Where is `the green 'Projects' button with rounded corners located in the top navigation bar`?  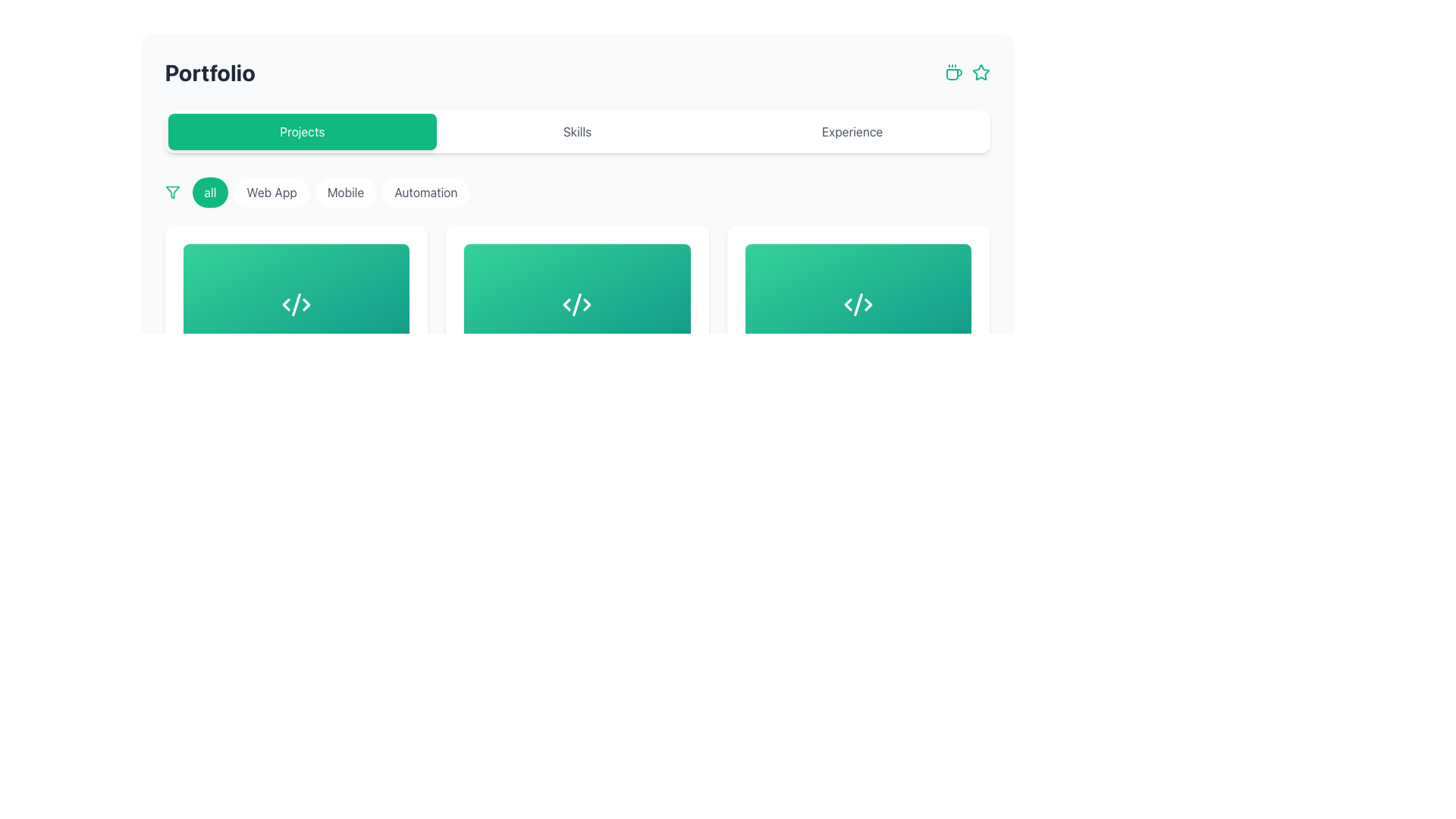
the green 'Projects' button with rounded corners located in the top navigation bar is located at coordinates (302, 130).